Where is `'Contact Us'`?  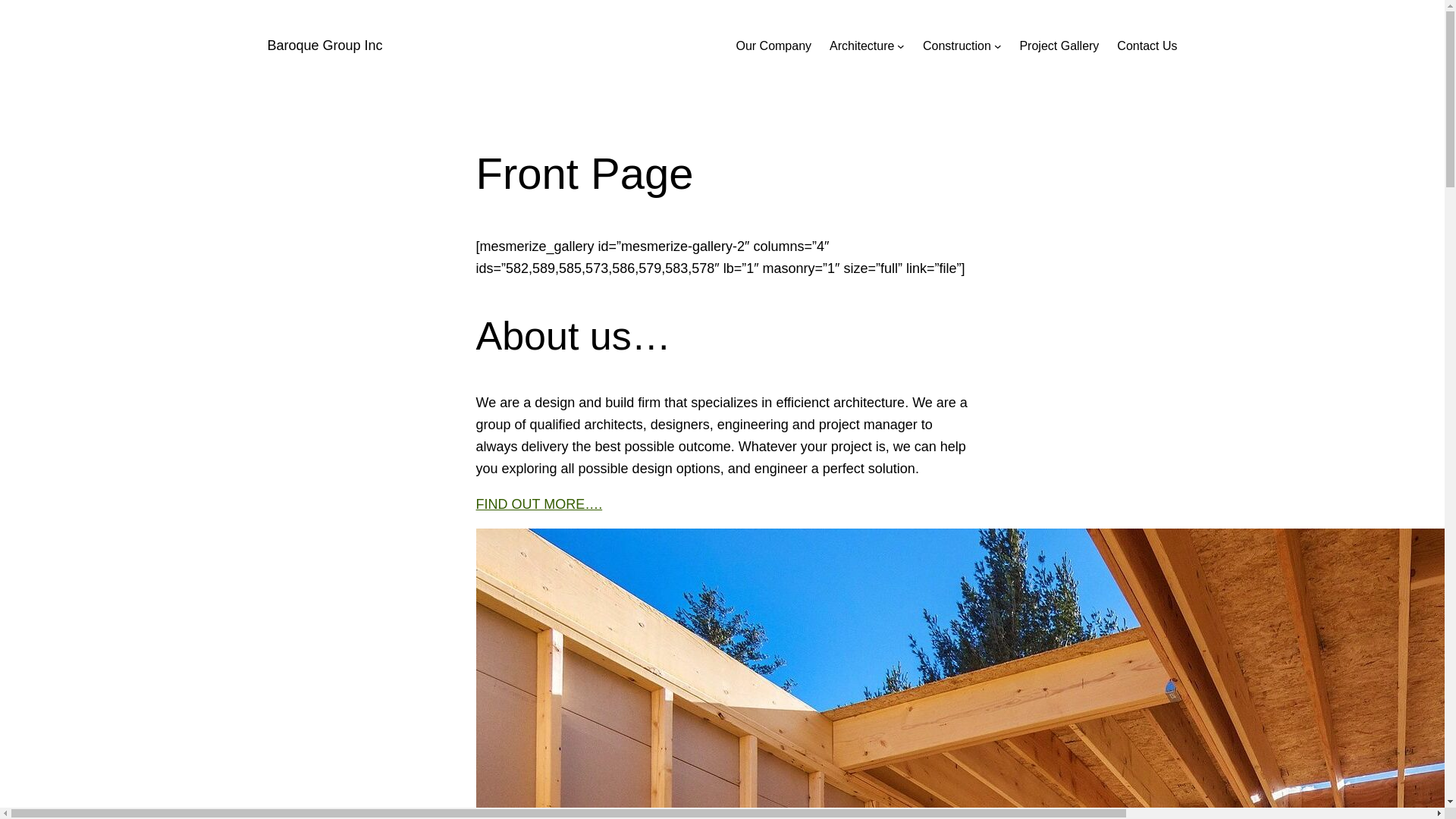 'Contact Us' is located at coordinates (1147, 45).